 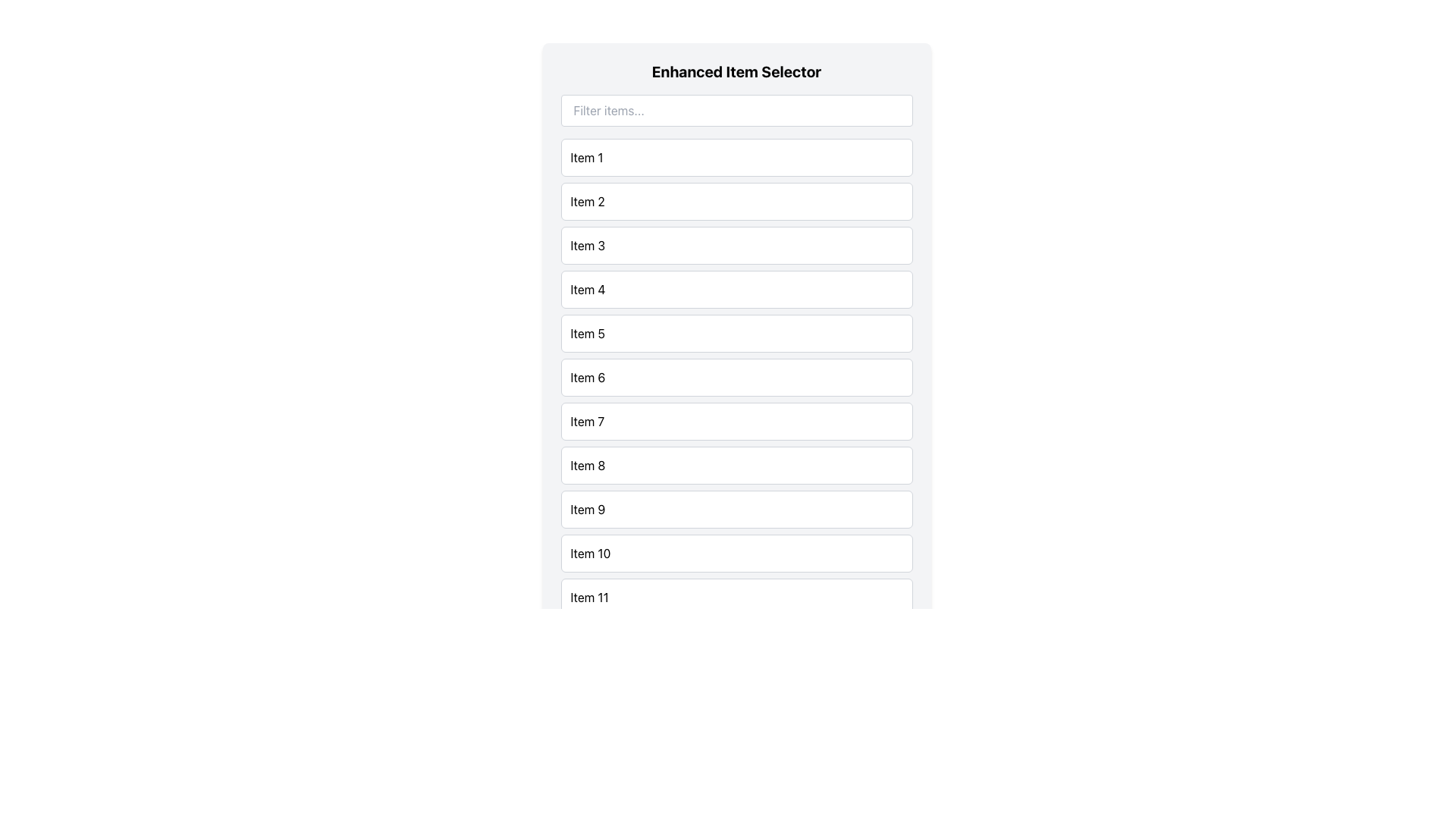 I want to click on the fifth item in the list, so click(x=736, y=332).